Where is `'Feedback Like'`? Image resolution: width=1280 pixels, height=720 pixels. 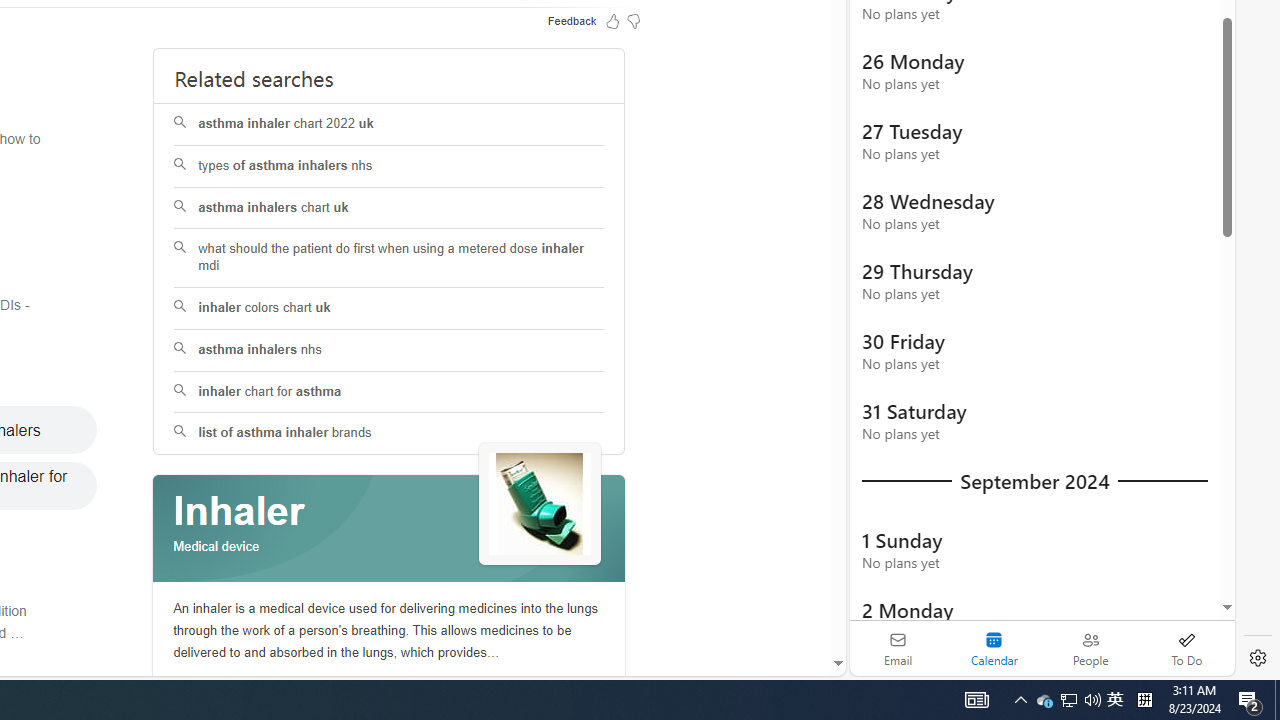 'Feedback Like' is located at coordinates (612, 20).